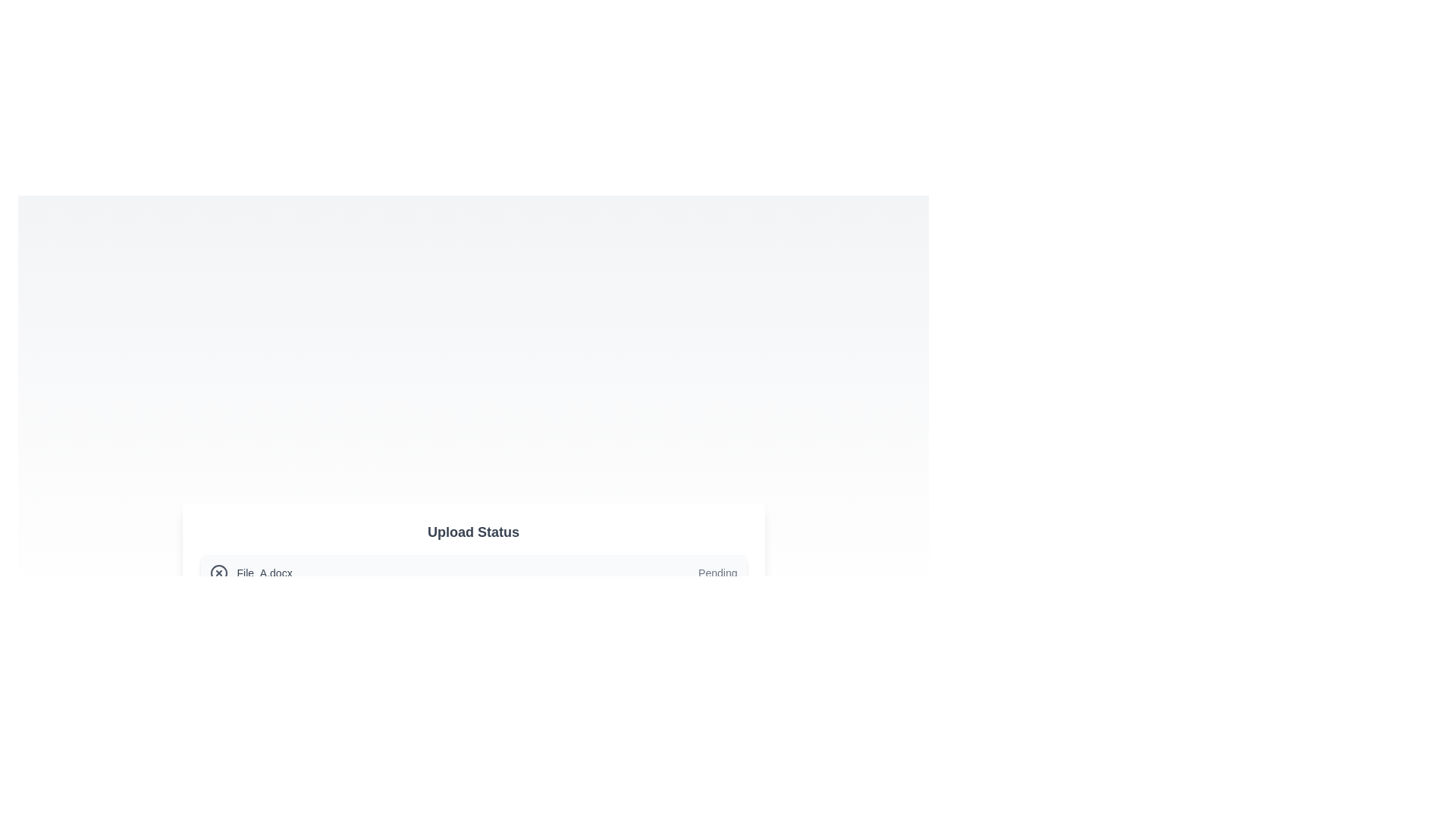 The width and height of the screenshot is (1456, 819). I want to click on the status of the circular checkmark icon located on the left side of the horizontal bar displaying the filename 'File_B.png', so click(218, 622).